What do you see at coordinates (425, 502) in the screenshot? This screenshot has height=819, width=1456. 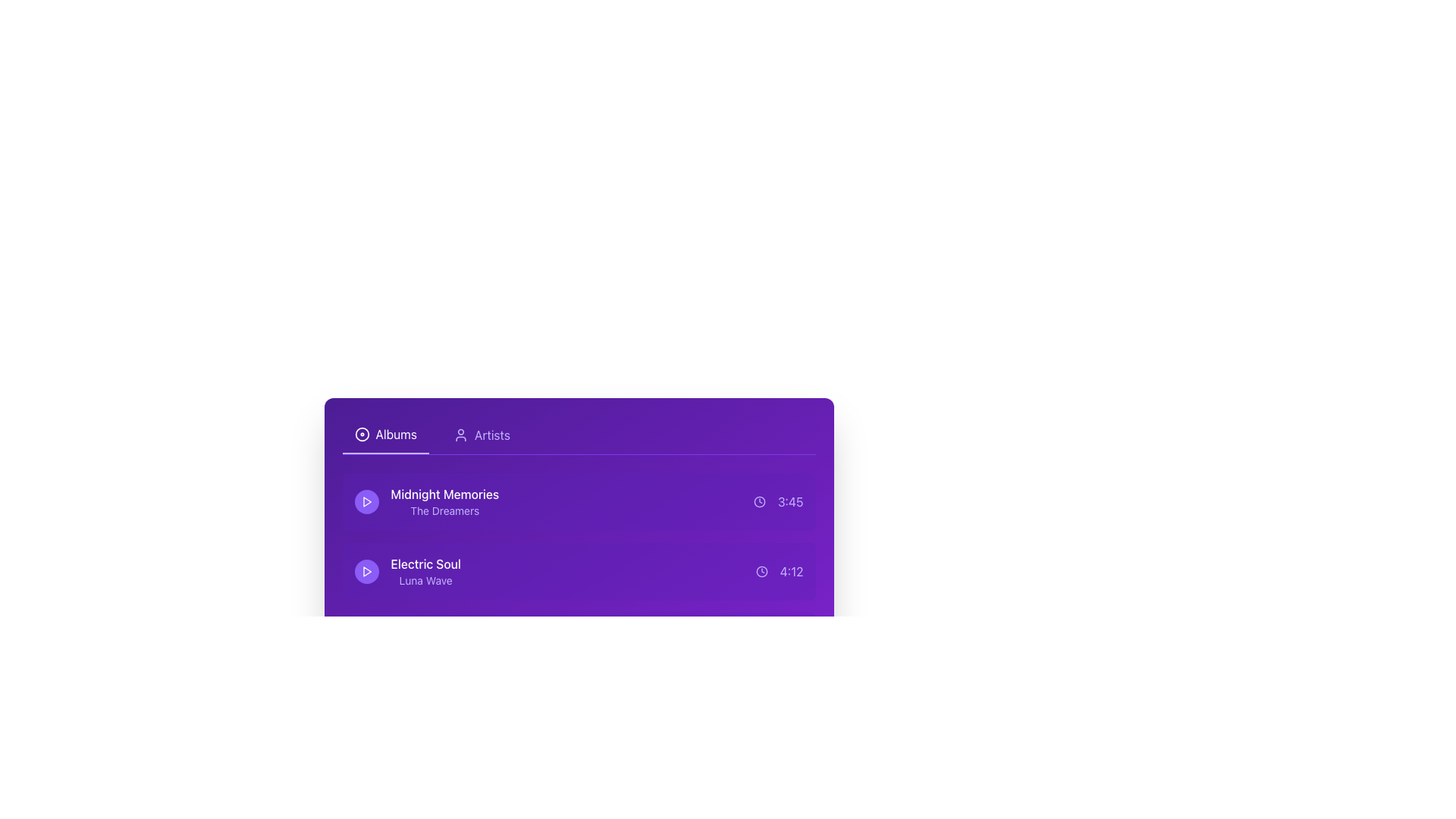 I see `the text label displaying the title and subtitle of the first media item, located to the left of the duration '3:45' and to the right of the play button icon` at bounding box center [425, 502].